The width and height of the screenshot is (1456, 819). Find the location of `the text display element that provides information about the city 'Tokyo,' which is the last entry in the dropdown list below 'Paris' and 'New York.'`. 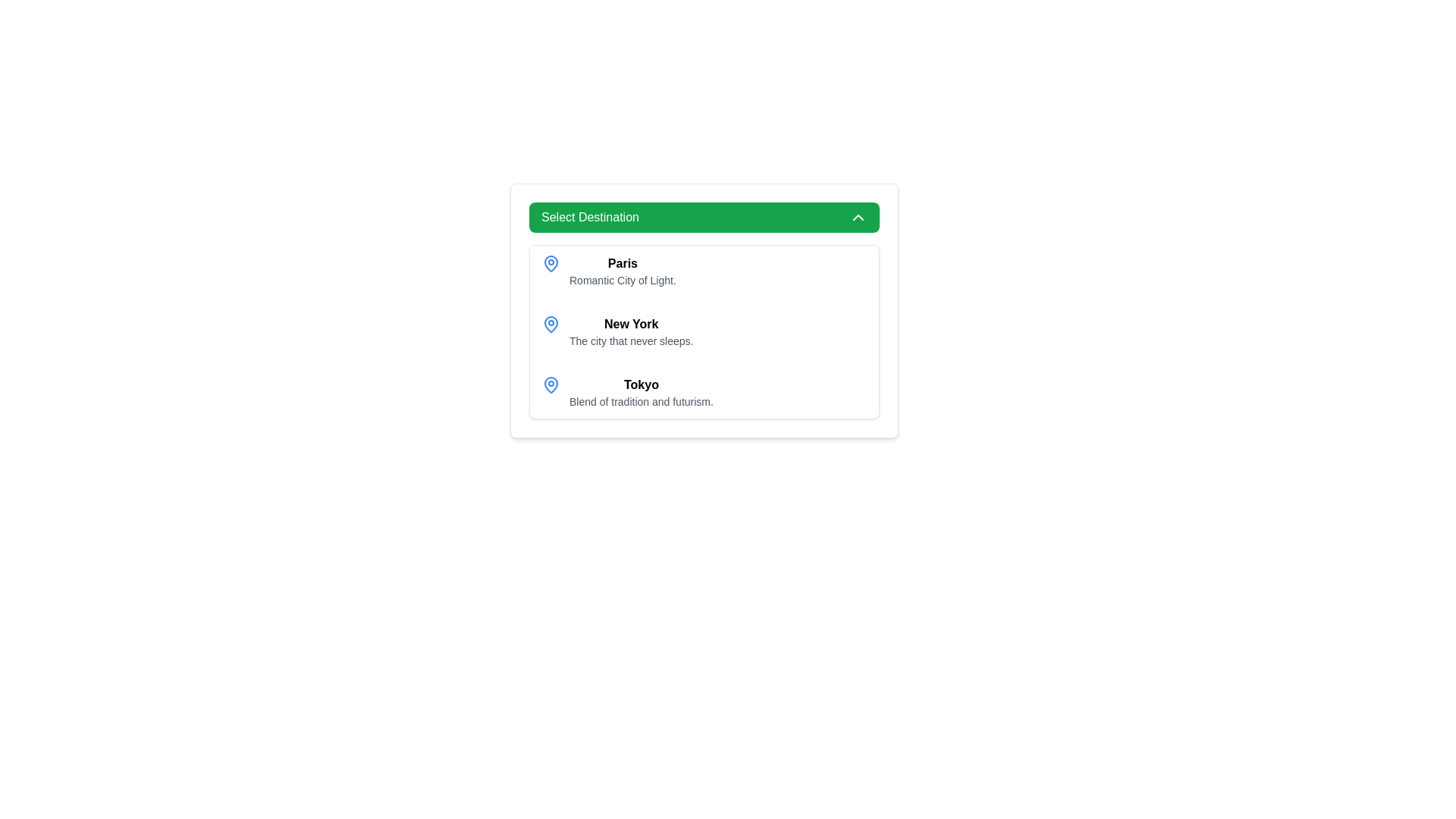

the text display element that provides information about the city 'Tokyo,' which is the last entry in the dropdown list below 'Paris' and 'New York.' is located at coordinates (641, 391).